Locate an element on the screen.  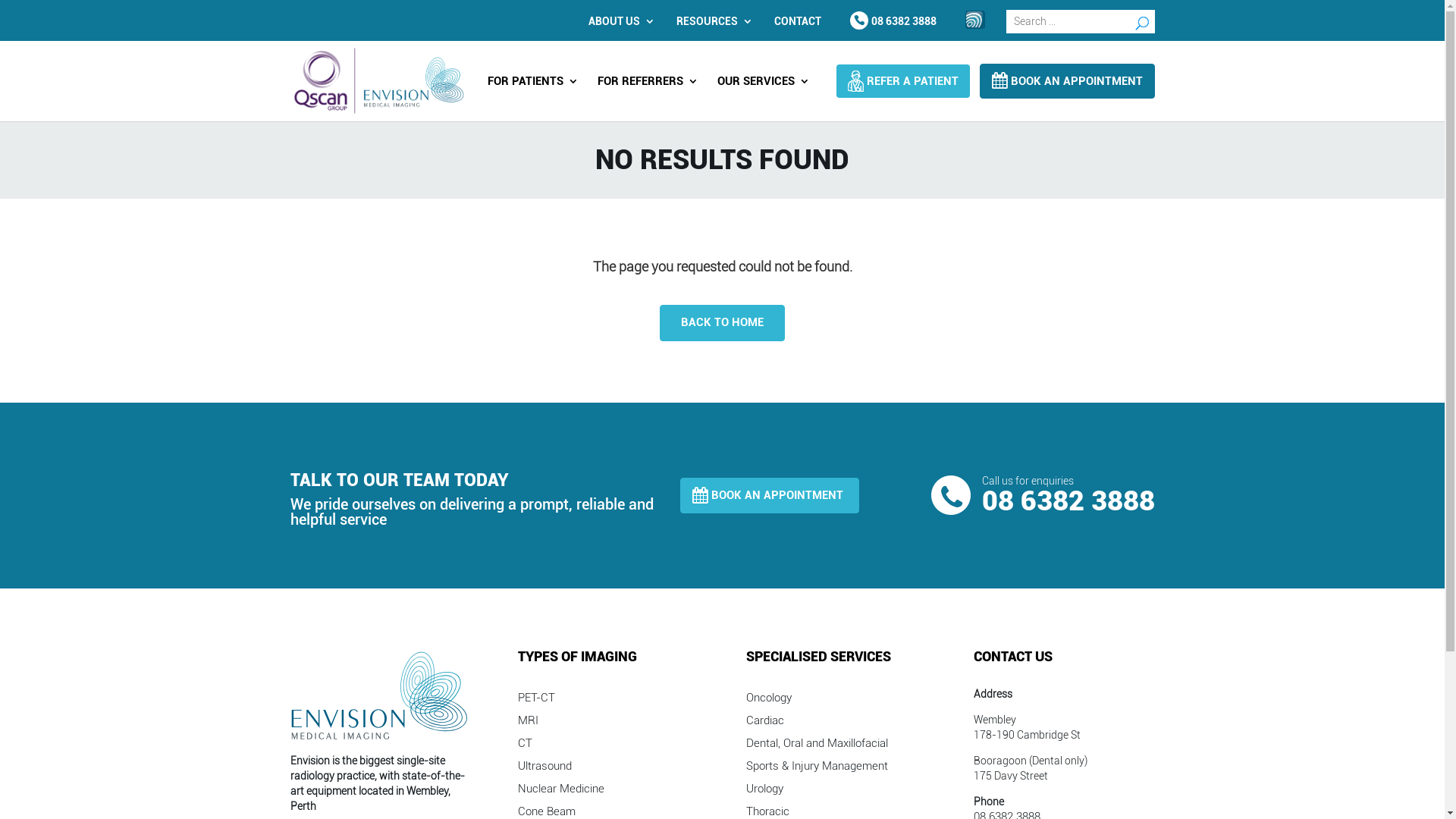
'RESOURCES' is located at coordinates (710, 20).